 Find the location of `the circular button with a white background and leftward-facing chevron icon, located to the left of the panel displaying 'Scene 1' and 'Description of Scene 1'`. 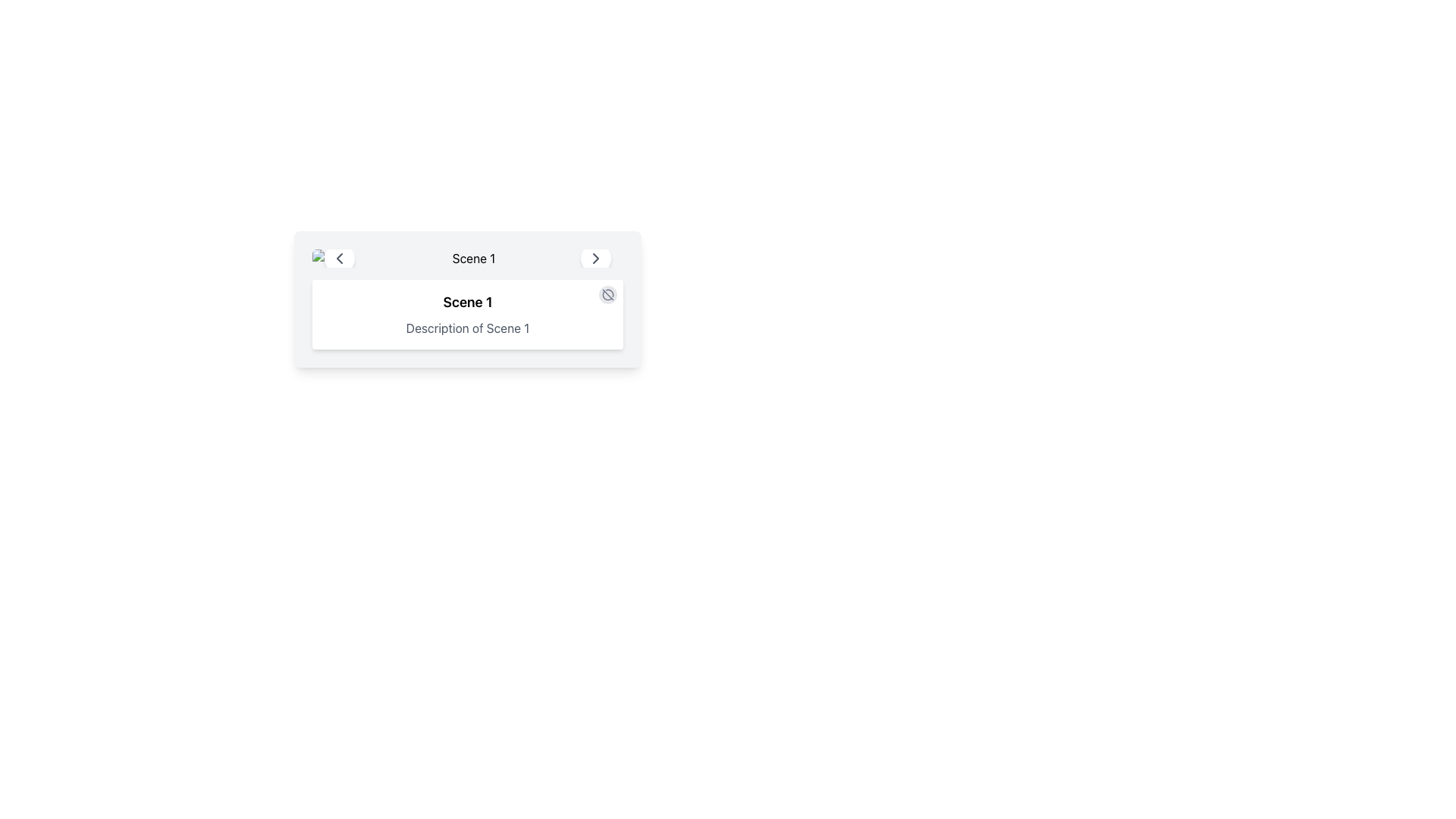

the circular button with a white background and leftward-facing chevron icon, located to the left of the panel displaying 'Scene 1' and 'Description of Scene 1' is located at coordinates (338, 257).